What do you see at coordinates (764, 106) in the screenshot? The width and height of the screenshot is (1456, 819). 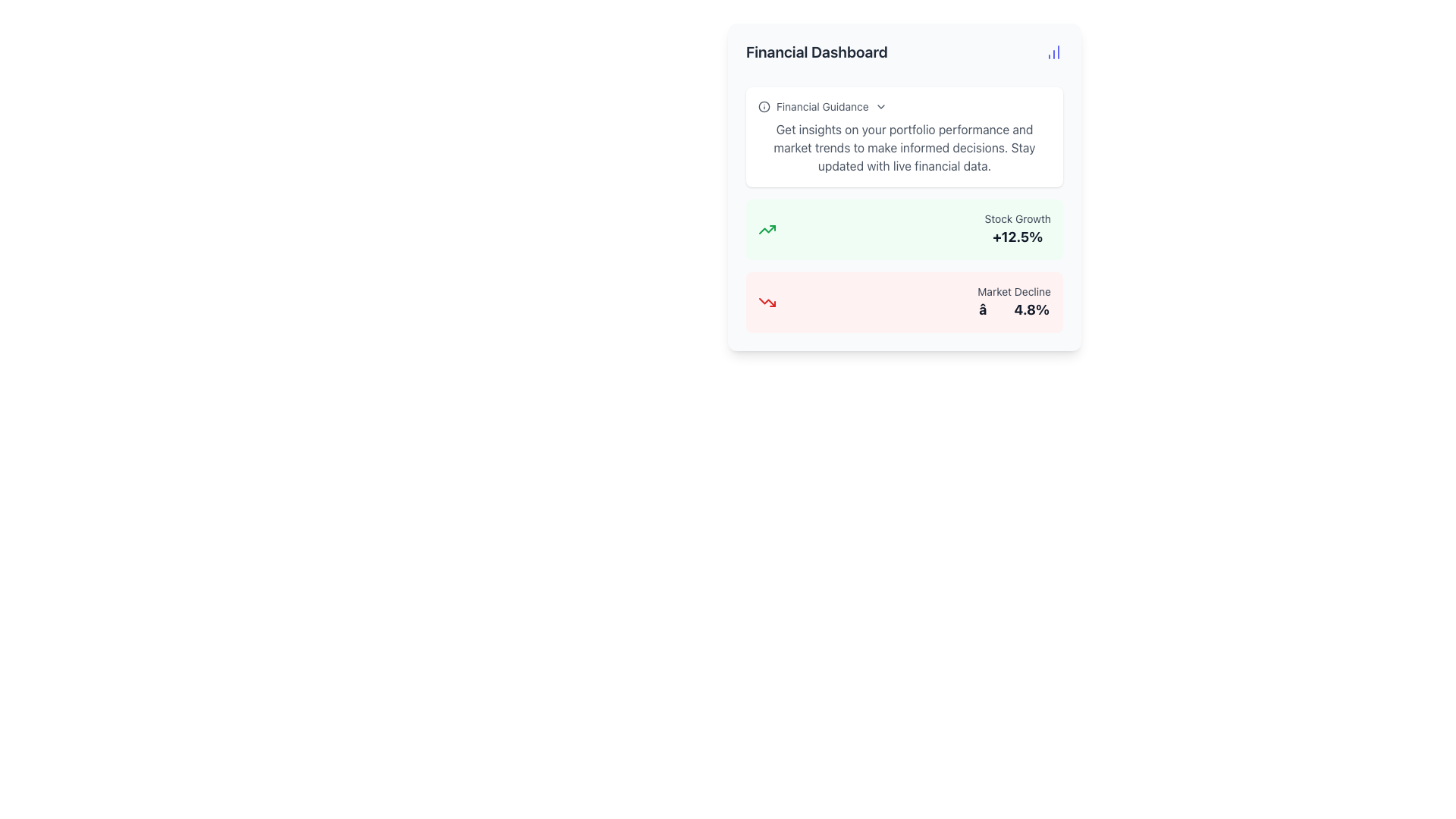 I see `the informational icon located to the left of the 'Financial Guidance' text, indicating its purpose as an informational indicator` at bounding box center [764, 106].